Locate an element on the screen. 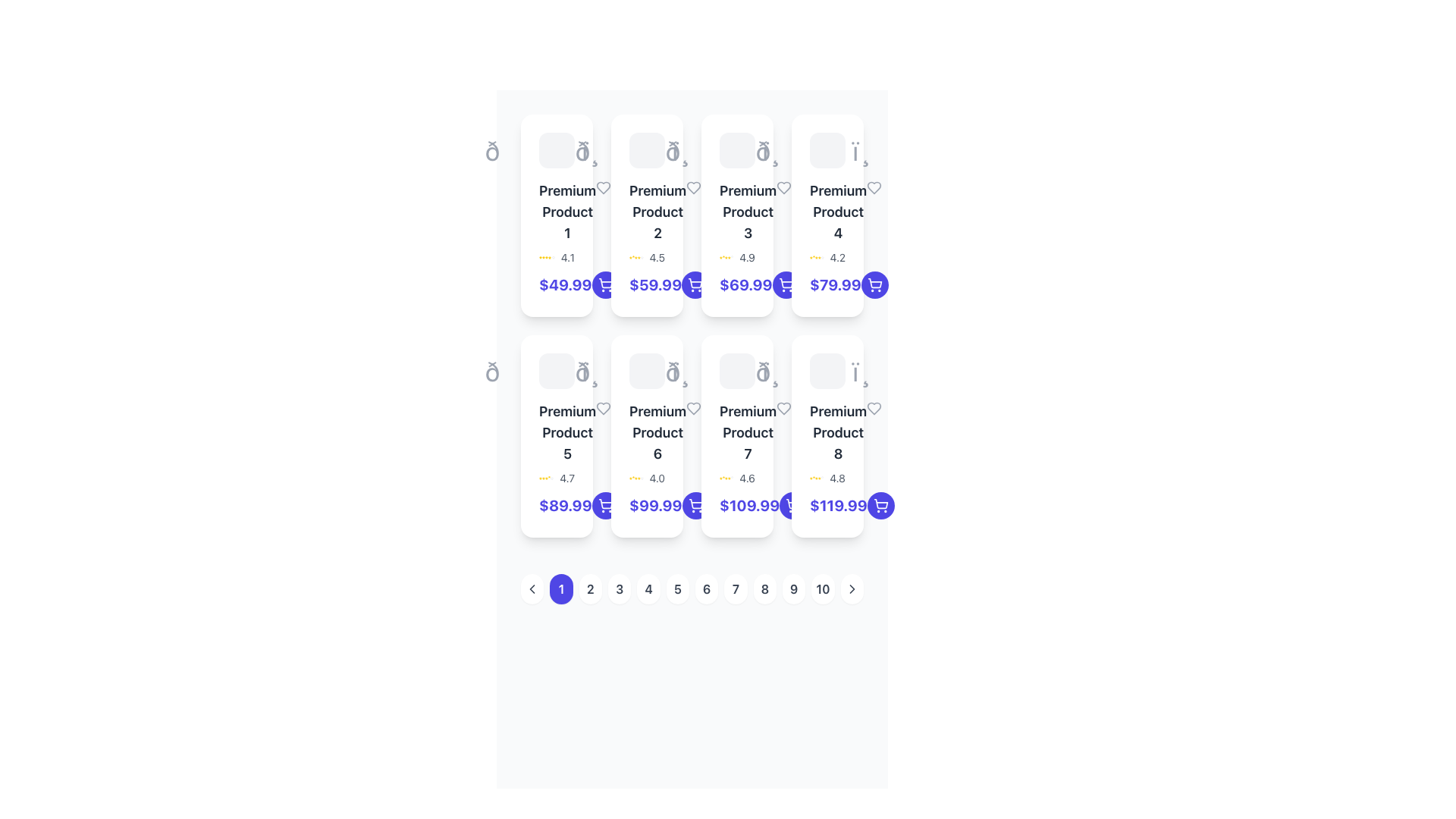  the static text label is located at coordinates (748, 432).